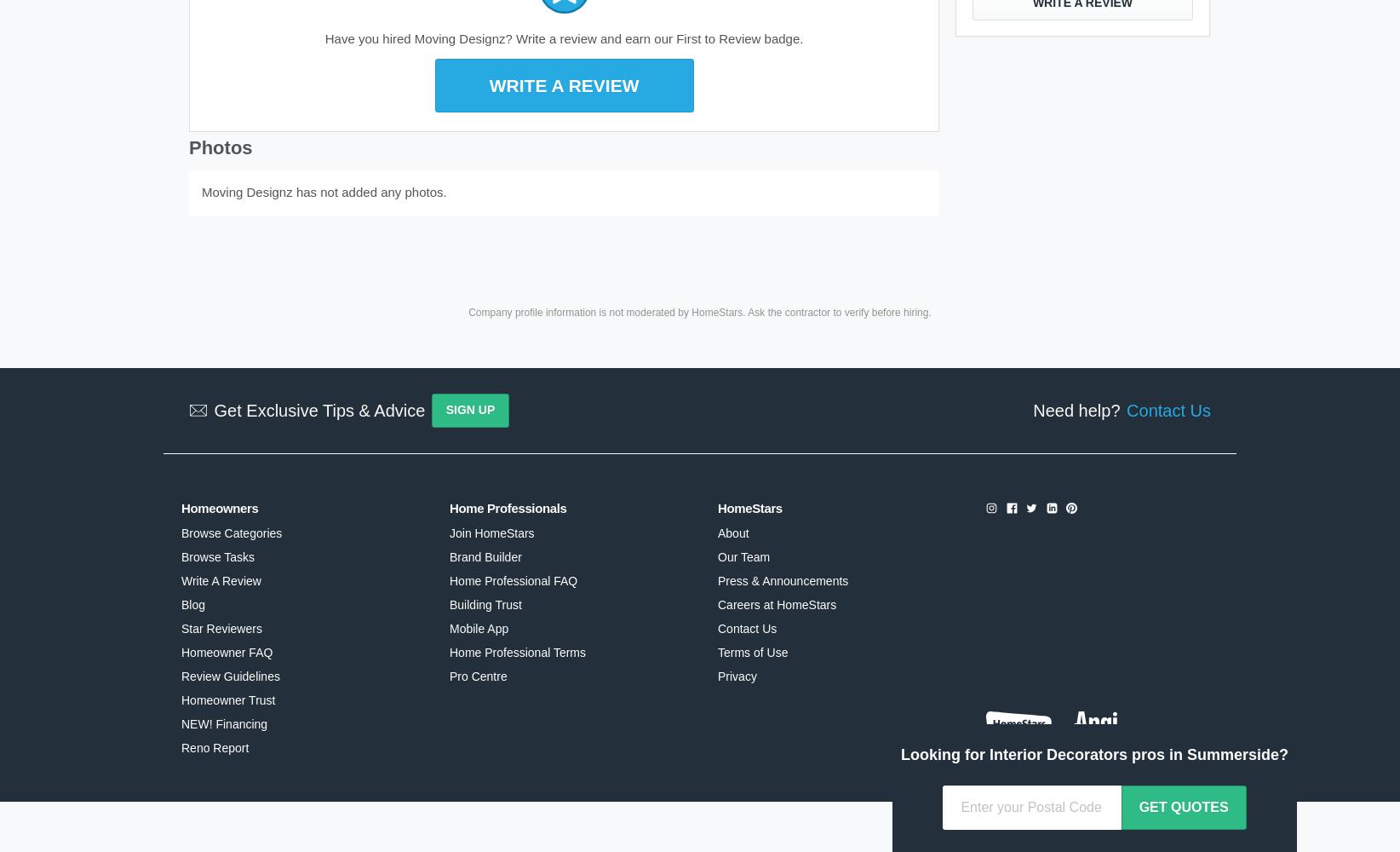 The image size is (1400, 852). What do you see at coordinates (507, 506) in the screenshot?
I see `'Home Professionals'` at bounding box center [507, 506].